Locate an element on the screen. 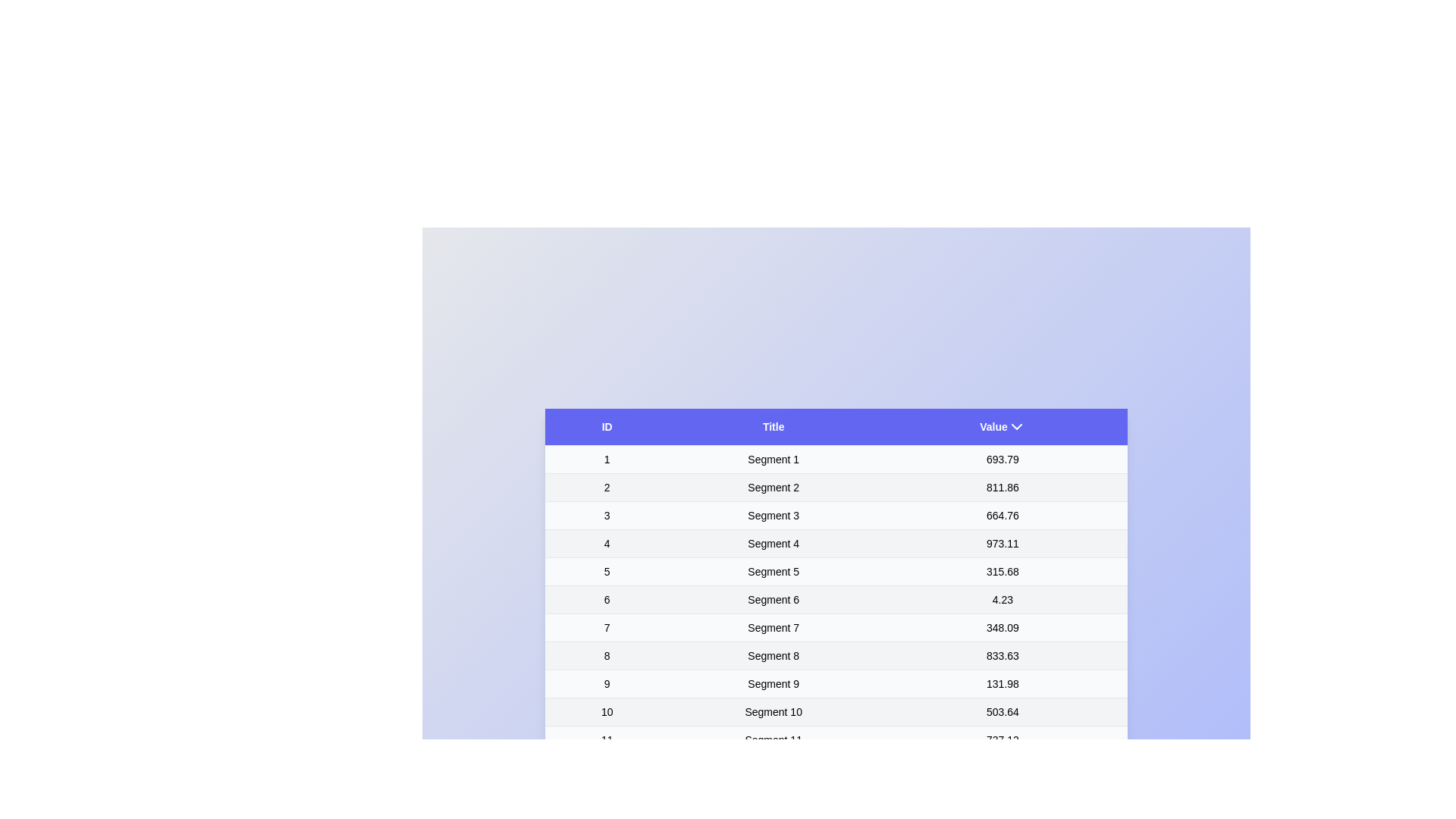  the ascending/descending icon in the 'Value' header to toggle the sorting order is located at coordinates (1016, 426).